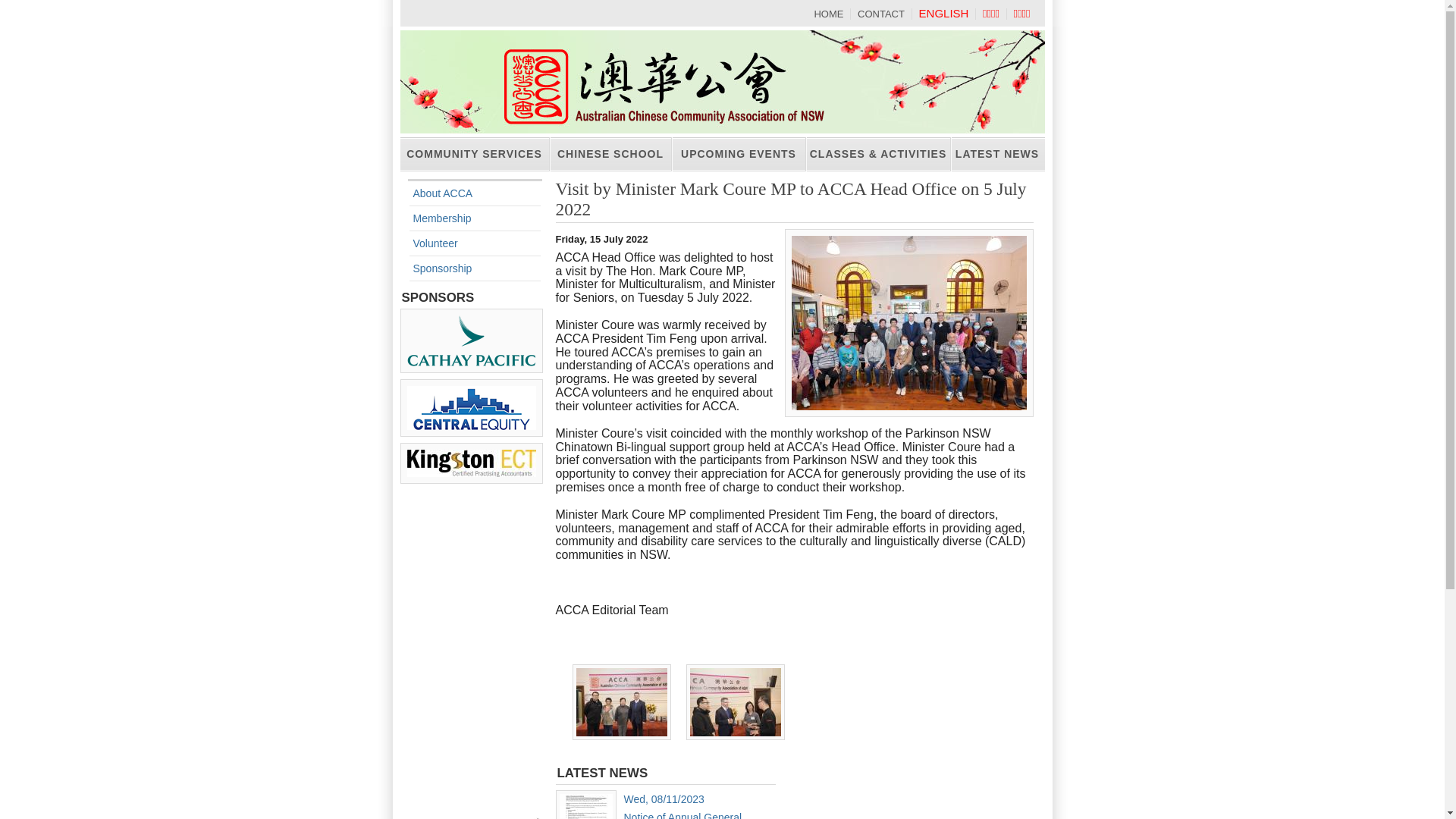 The height and width of the screenshot is (819, 1456). What do you see at coordinates (918, 13) in the screenshot?
I see `'ENGLISH'` at bounding box center [918, 13].